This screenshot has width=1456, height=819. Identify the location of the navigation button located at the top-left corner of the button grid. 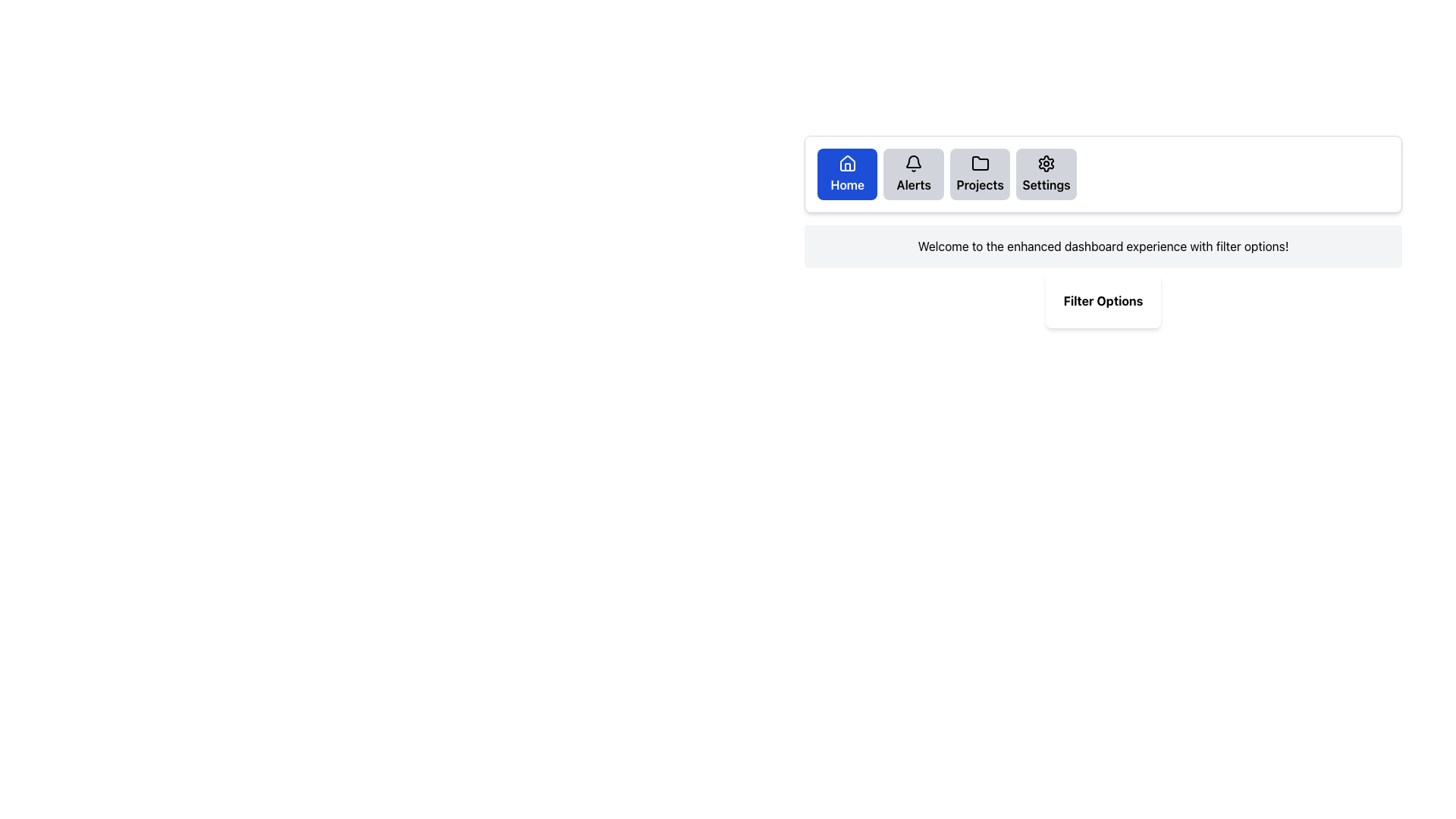
(846, 174).